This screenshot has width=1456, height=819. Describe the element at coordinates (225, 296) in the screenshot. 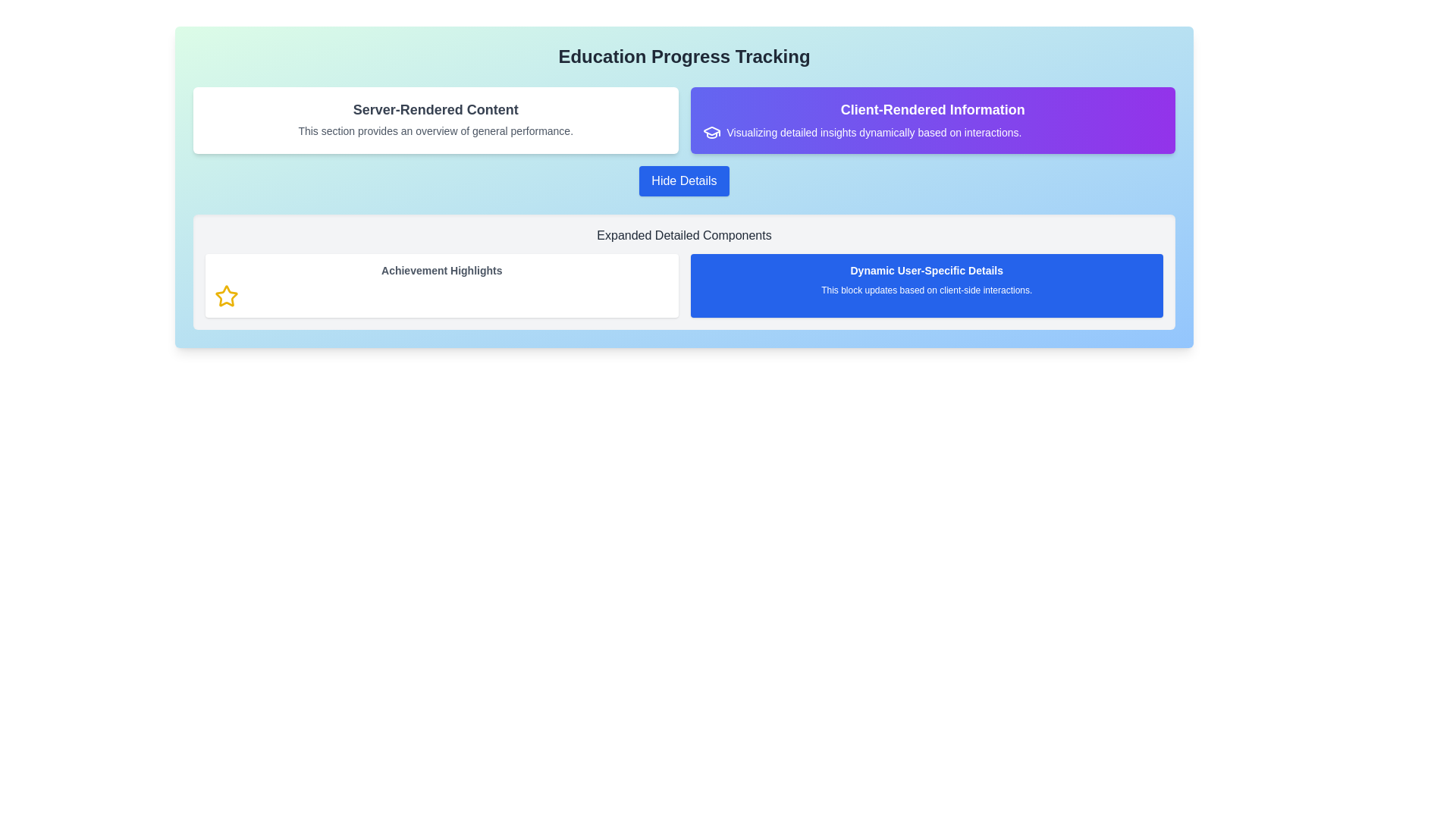

I see `the decorative icon representing the 'Achievement Highlights' section, located near the top-left corner of that section` at that location.